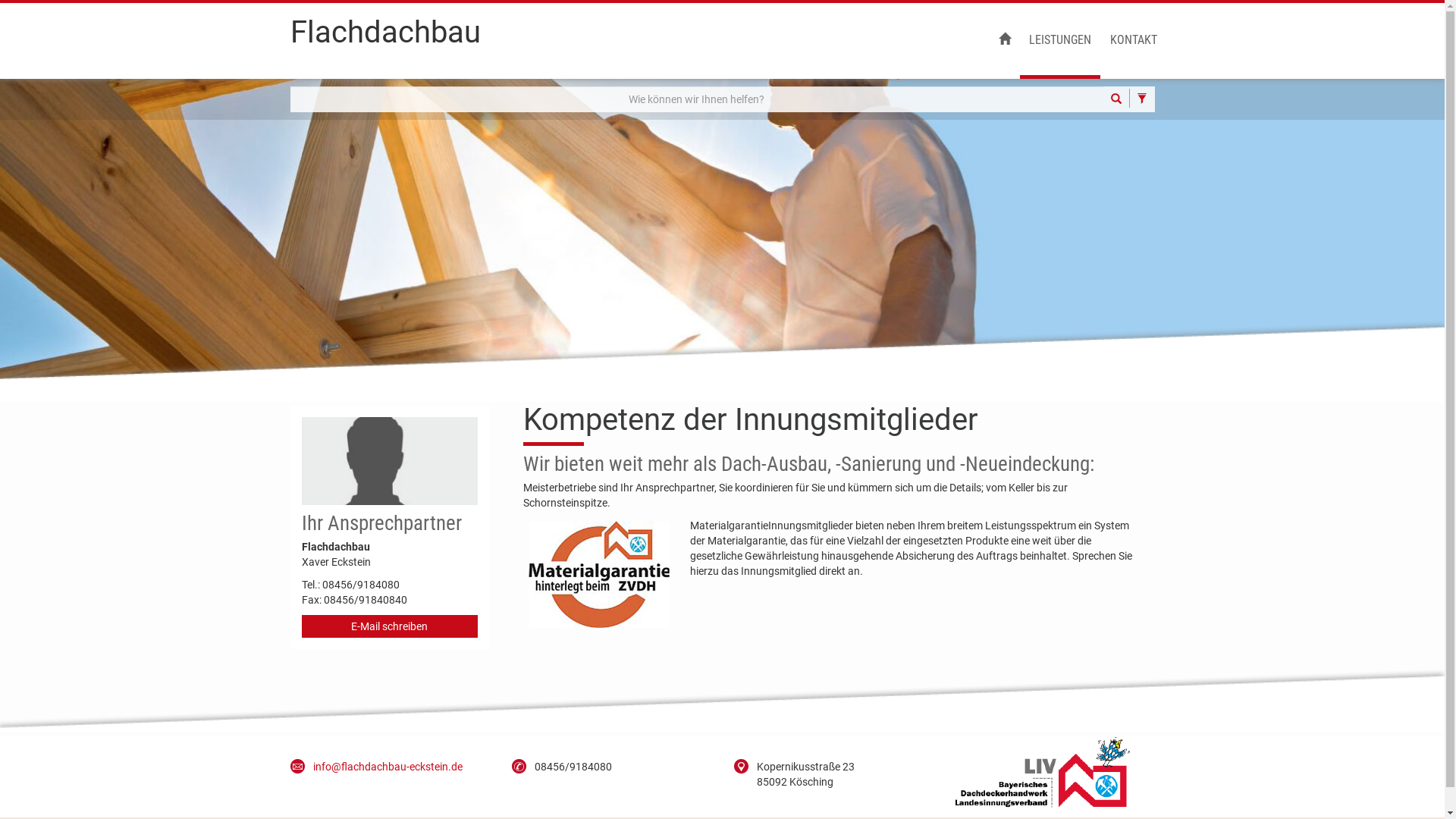 The width and height of the screenshot is (1456, 819). Describe the element at coordinates (390, 626) in the screenshot. I see `'E-Mail schreiben'` at that location.